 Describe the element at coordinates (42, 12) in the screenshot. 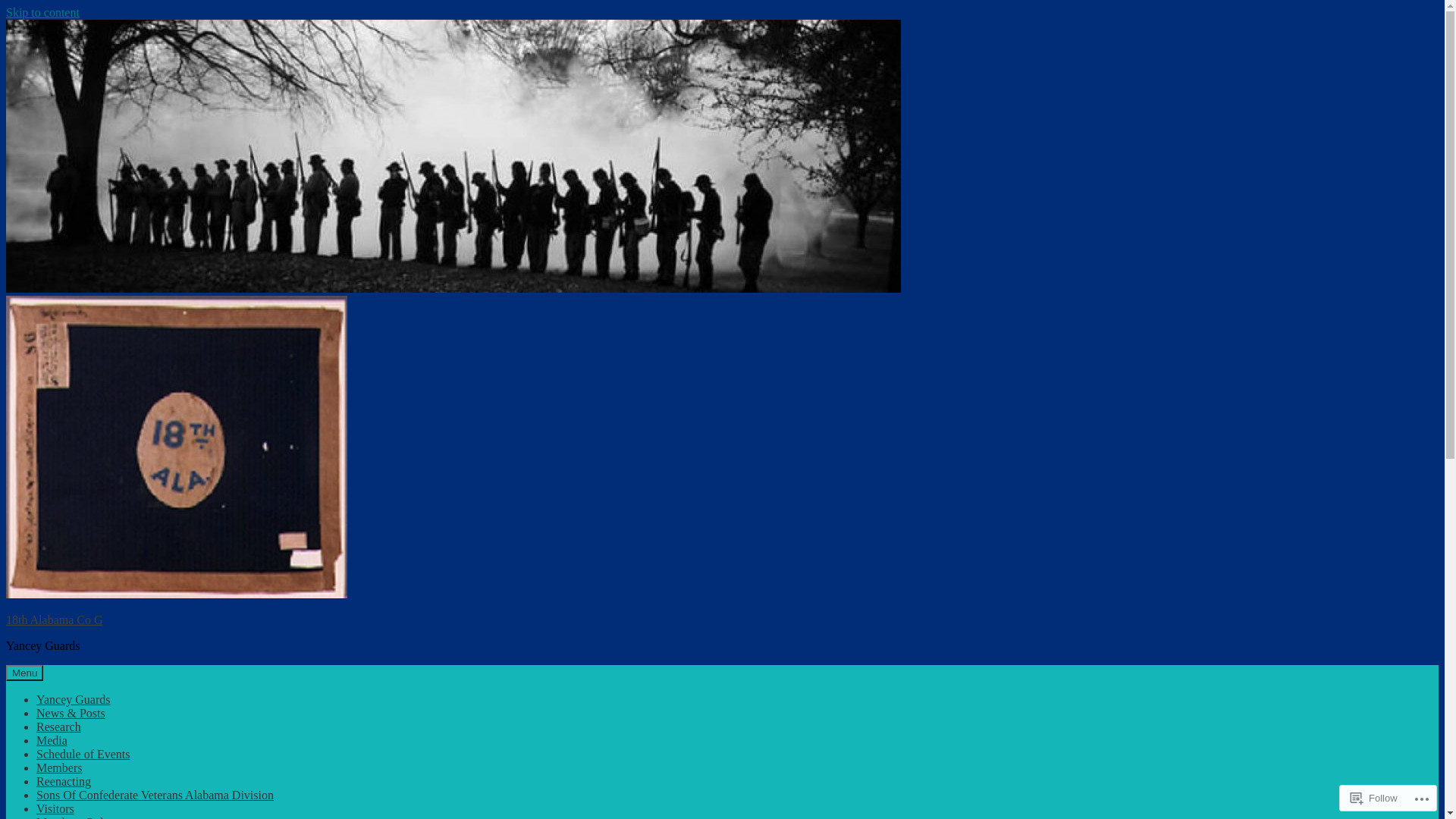

I see `'Skip to content'` at that location.